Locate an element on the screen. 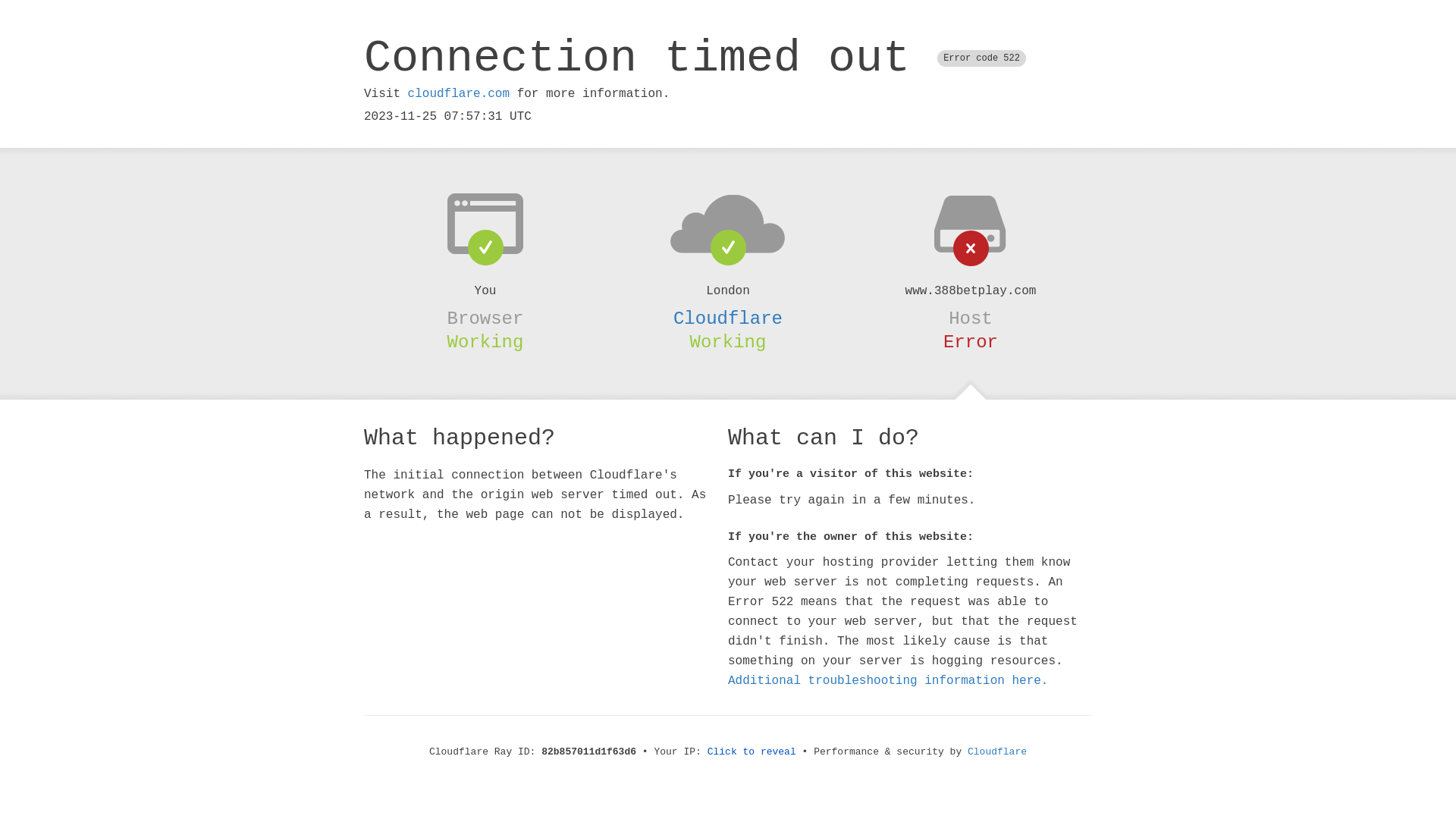  'Click to reveal' is located at coordinates (752, 752).